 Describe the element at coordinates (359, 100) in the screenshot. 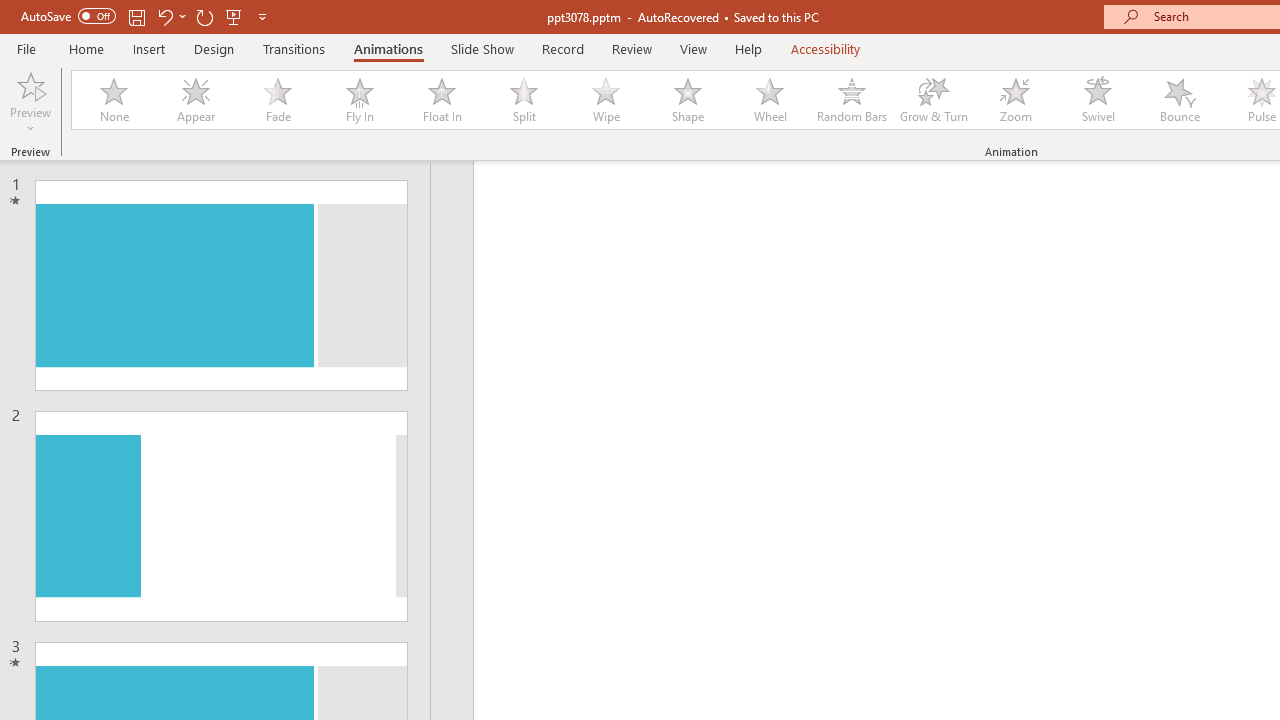

I see `'Fly In'` at that location.